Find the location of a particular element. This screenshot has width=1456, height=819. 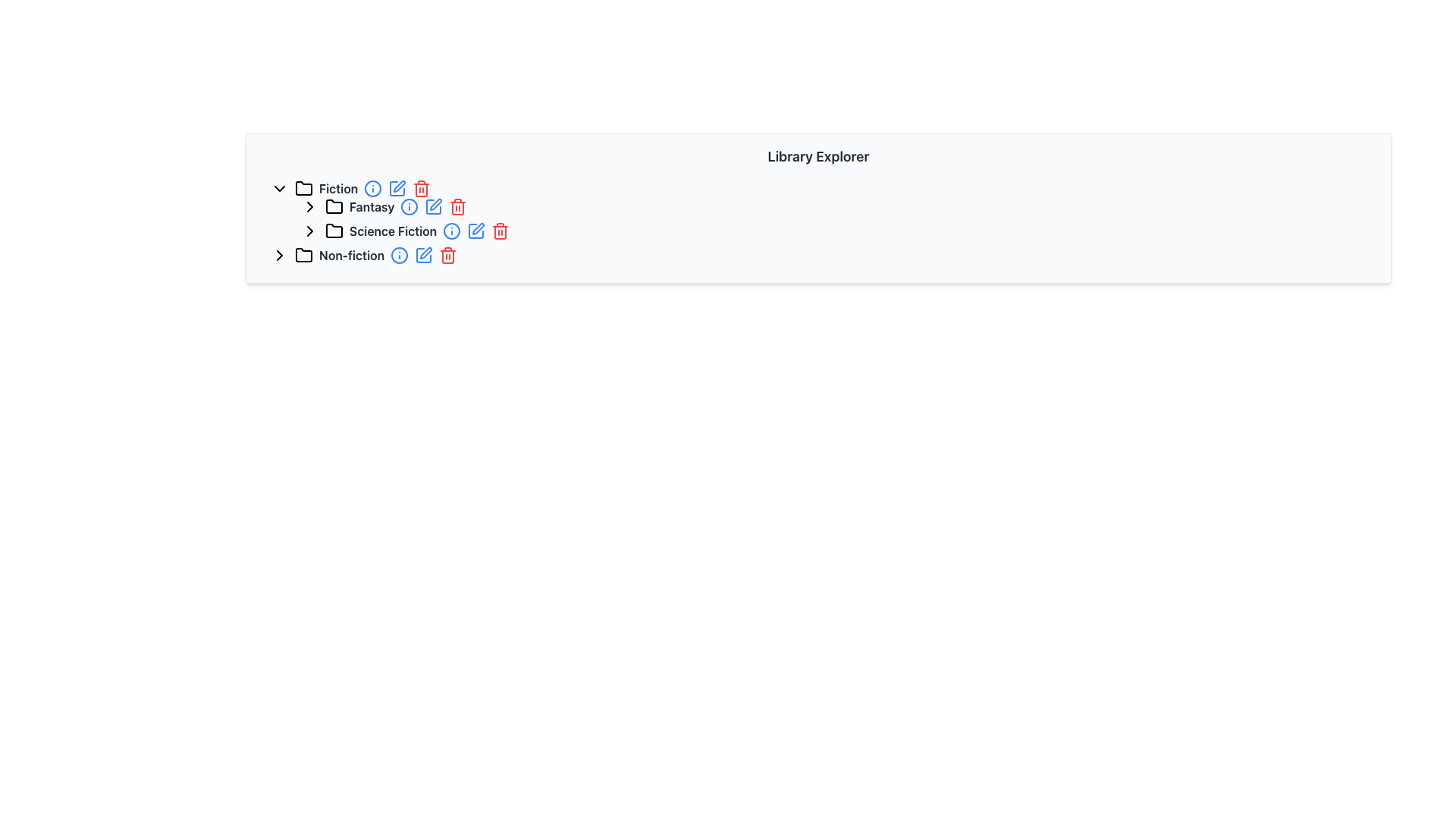

the first folder icon in the 'Fiction' category, which has a distinct rectangular design with a tab-like protrusion on top and a black outline is located at coordinates (303, 188).